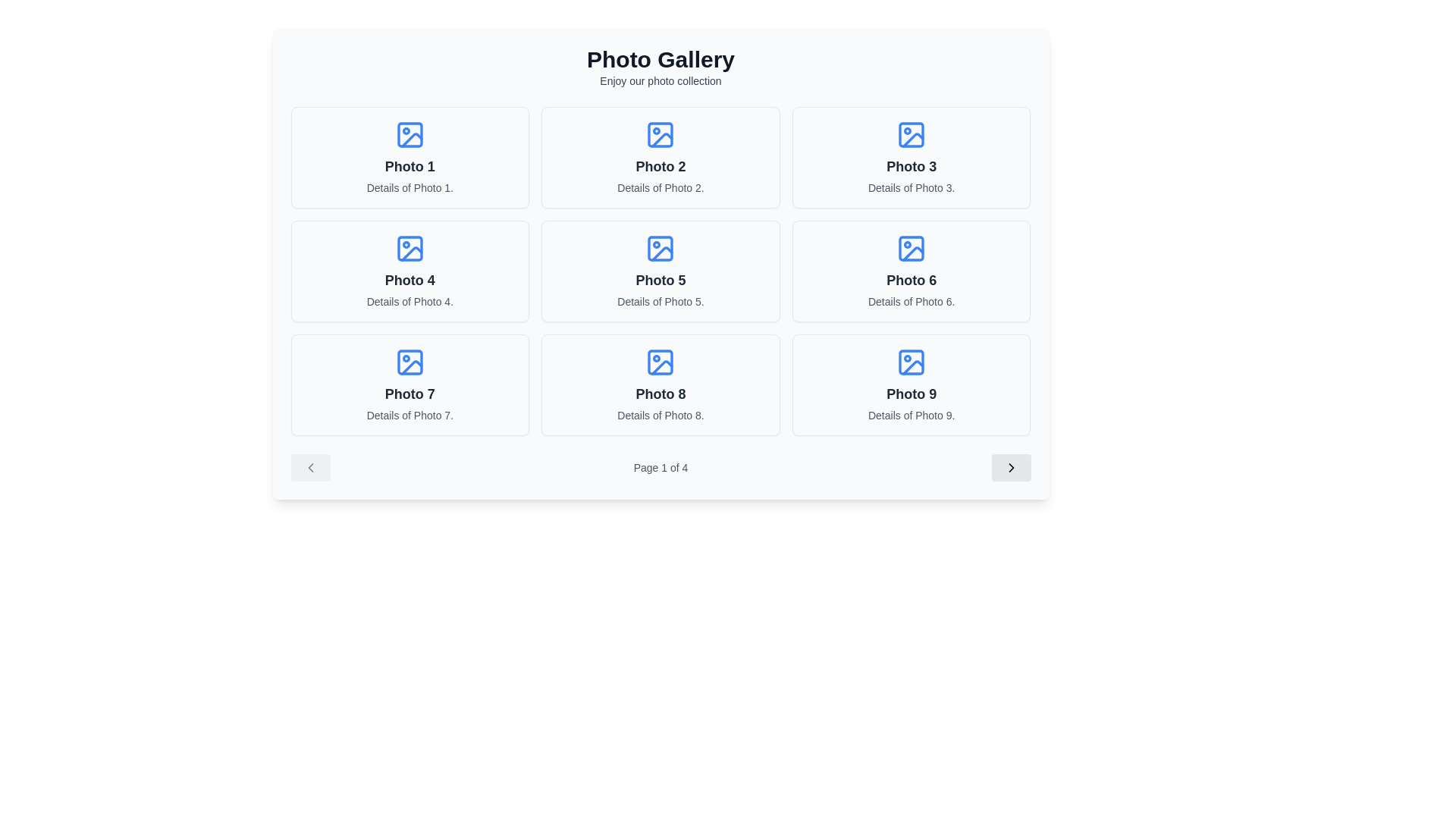  Describe the element at coordinates (309, 467) in the screenshot. I see `the left-pointing chevron arrow icon button located in the pagination navigation section at the lower left of the interface` at that location.